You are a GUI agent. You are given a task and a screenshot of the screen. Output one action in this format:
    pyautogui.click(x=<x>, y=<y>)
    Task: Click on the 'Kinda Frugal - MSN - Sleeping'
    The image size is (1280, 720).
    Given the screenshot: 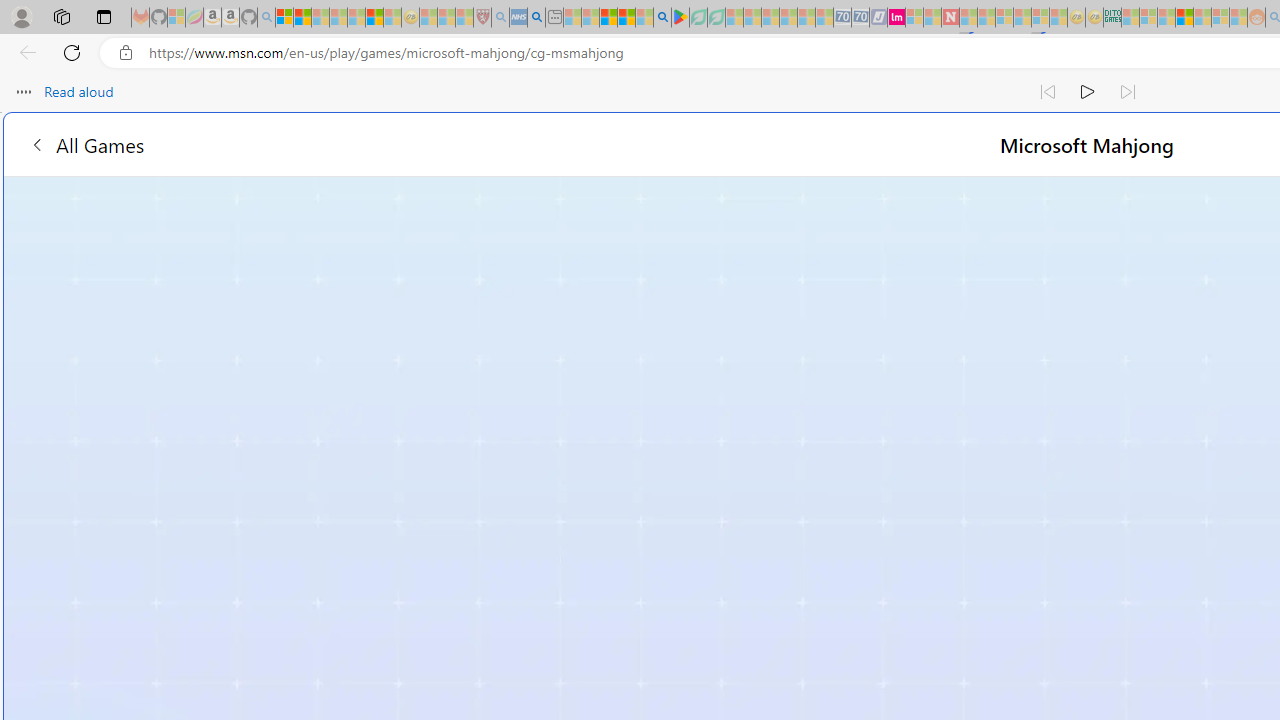 What is the action you would take?
    pyautogui.click(x=1201, y=17)
    